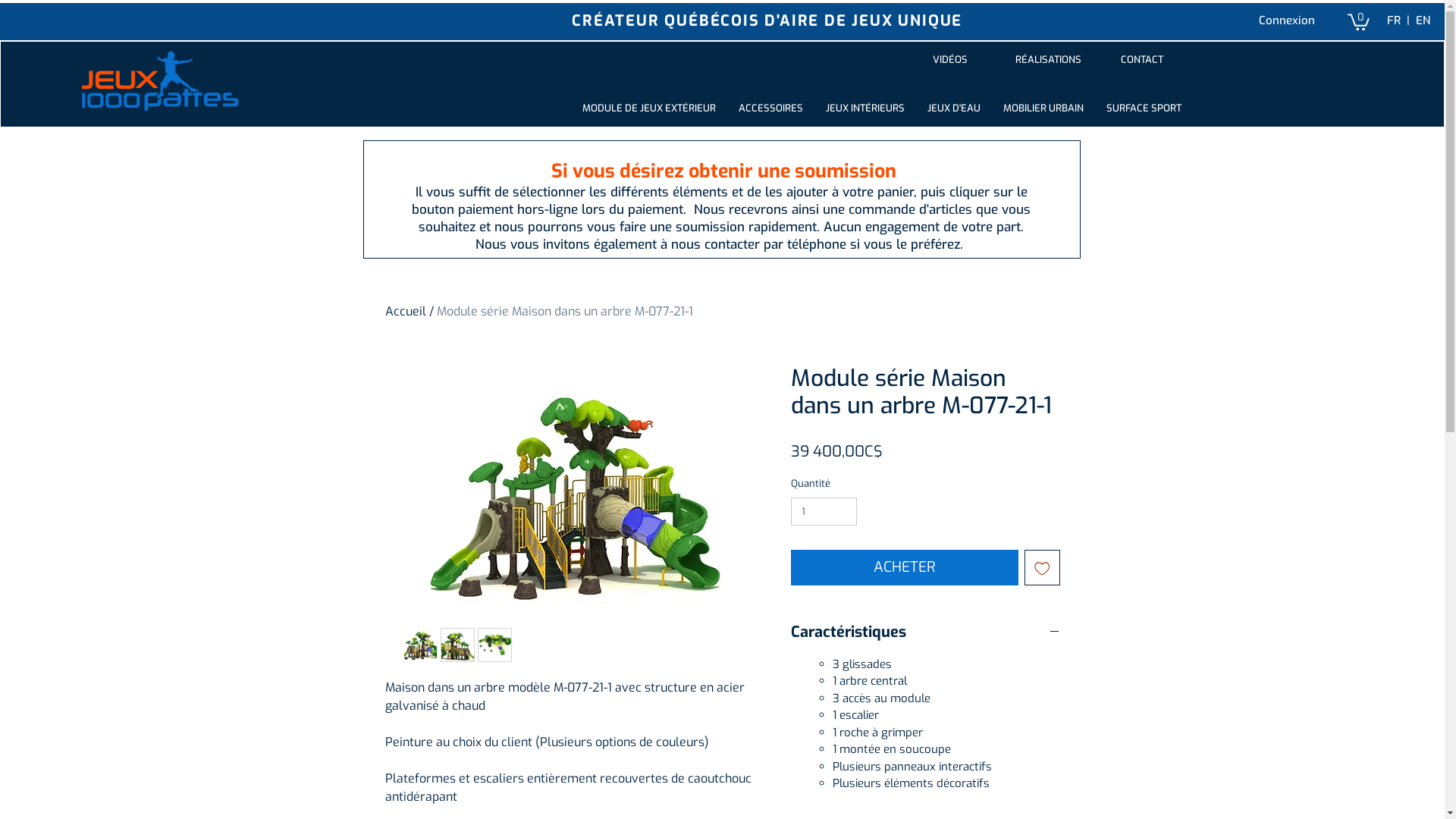 This screenshot has width=1456, height=819. What do you see at coordinates (1393, 20) in the screenshot?
I see `'FR'` at bounding box center [1393, 20].